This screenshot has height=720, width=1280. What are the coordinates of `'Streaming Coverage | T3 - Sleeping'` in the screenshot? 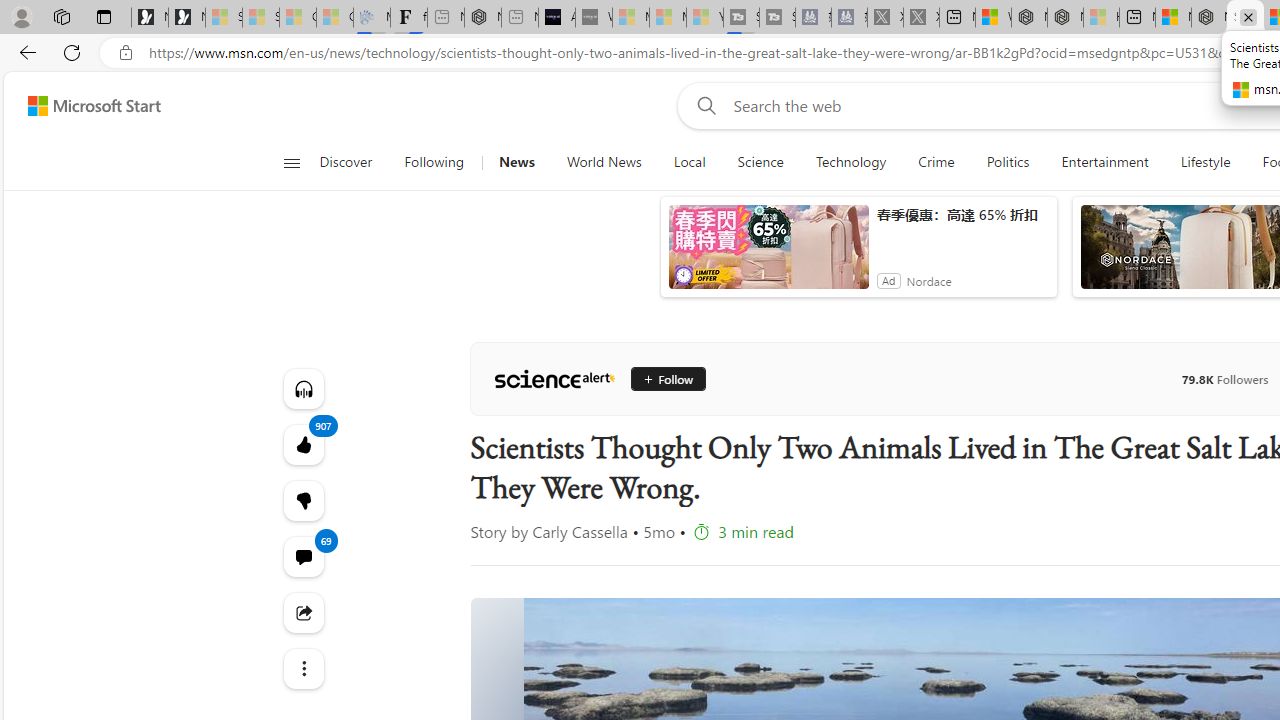 It's located at (740, 17).